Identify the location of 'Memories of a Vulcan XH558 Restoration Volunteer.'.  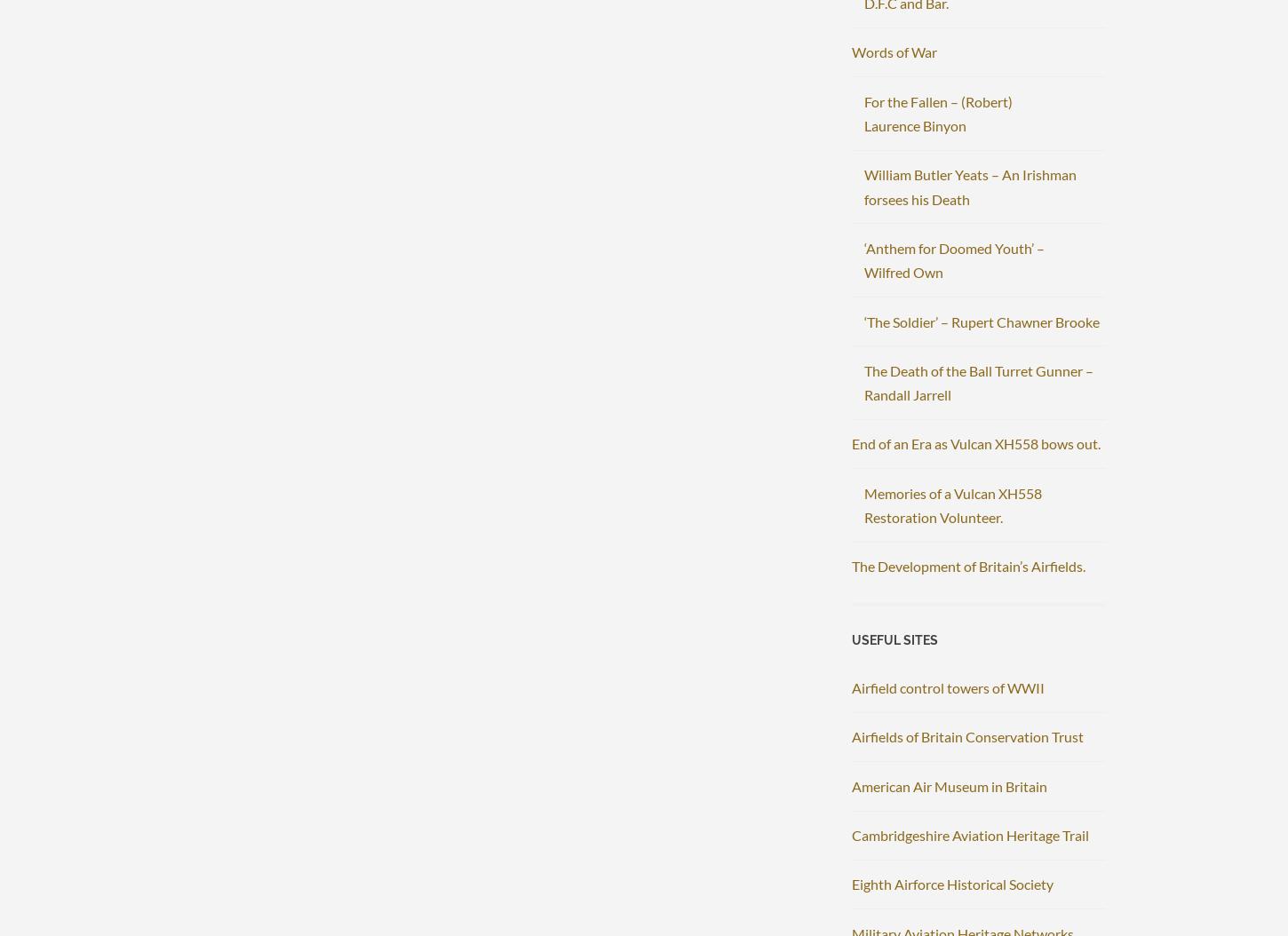
(951, 504).